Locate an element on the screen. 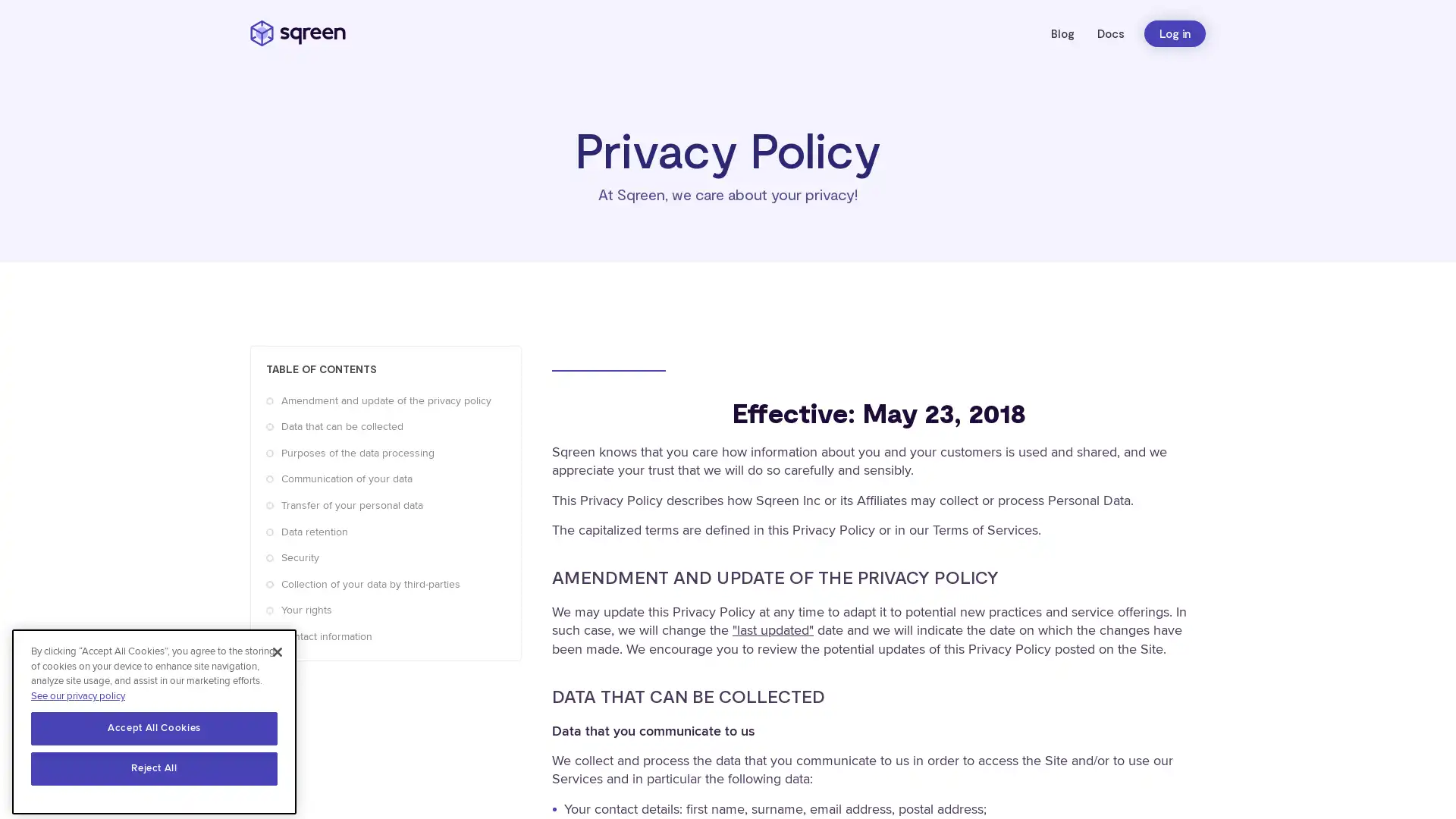 This screenshot has height=819, width=1456. Close is located at coordinates (277, 645).